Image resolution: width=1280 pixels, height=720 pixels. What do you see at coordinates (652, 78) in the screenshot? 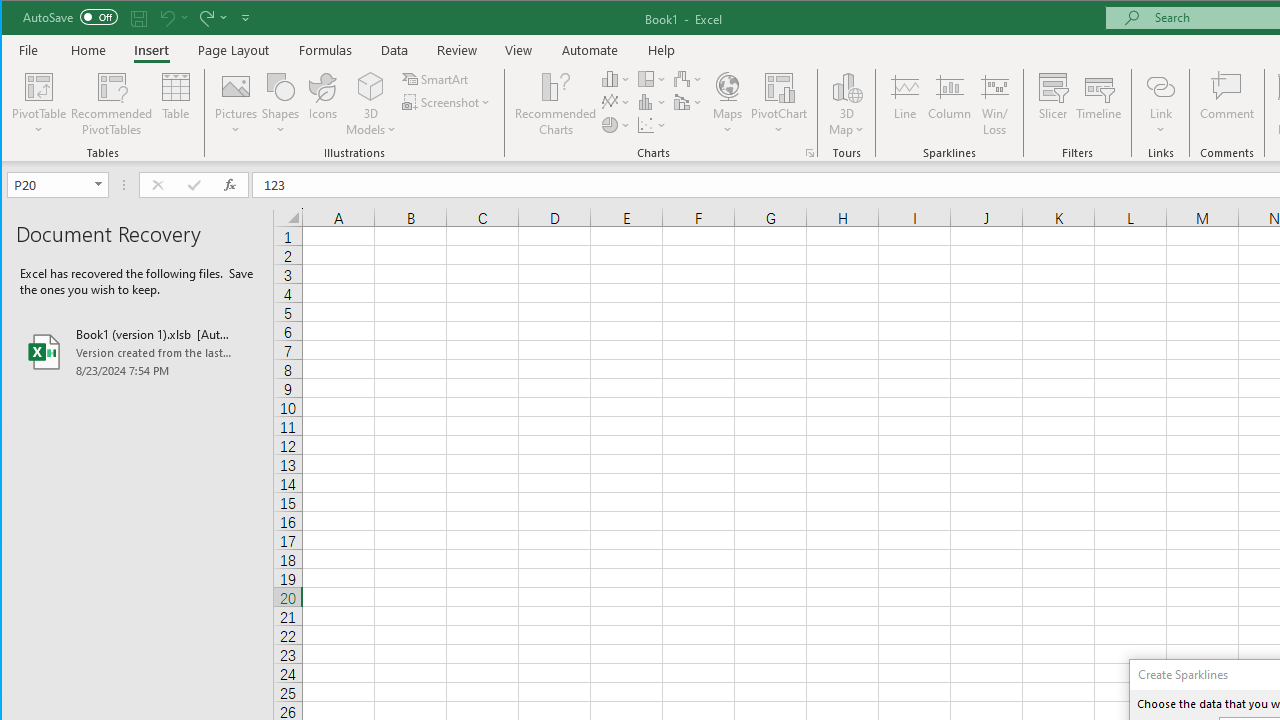
I see `'Insert Hierarchy Chart'` at bounding box center [652, 78].